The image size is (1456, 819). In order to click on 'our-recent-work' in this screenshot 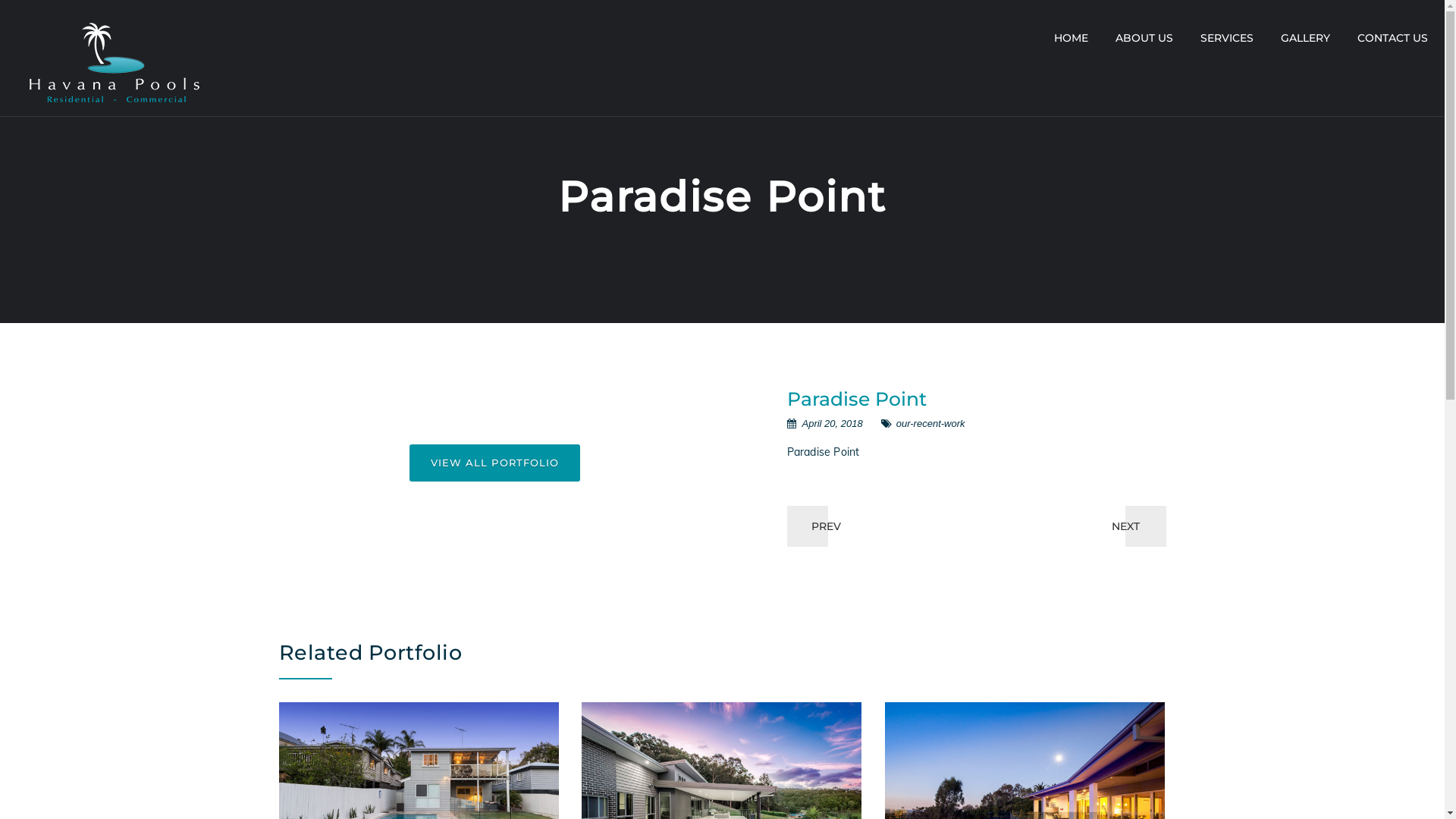, I will do `click(896, 423)`.